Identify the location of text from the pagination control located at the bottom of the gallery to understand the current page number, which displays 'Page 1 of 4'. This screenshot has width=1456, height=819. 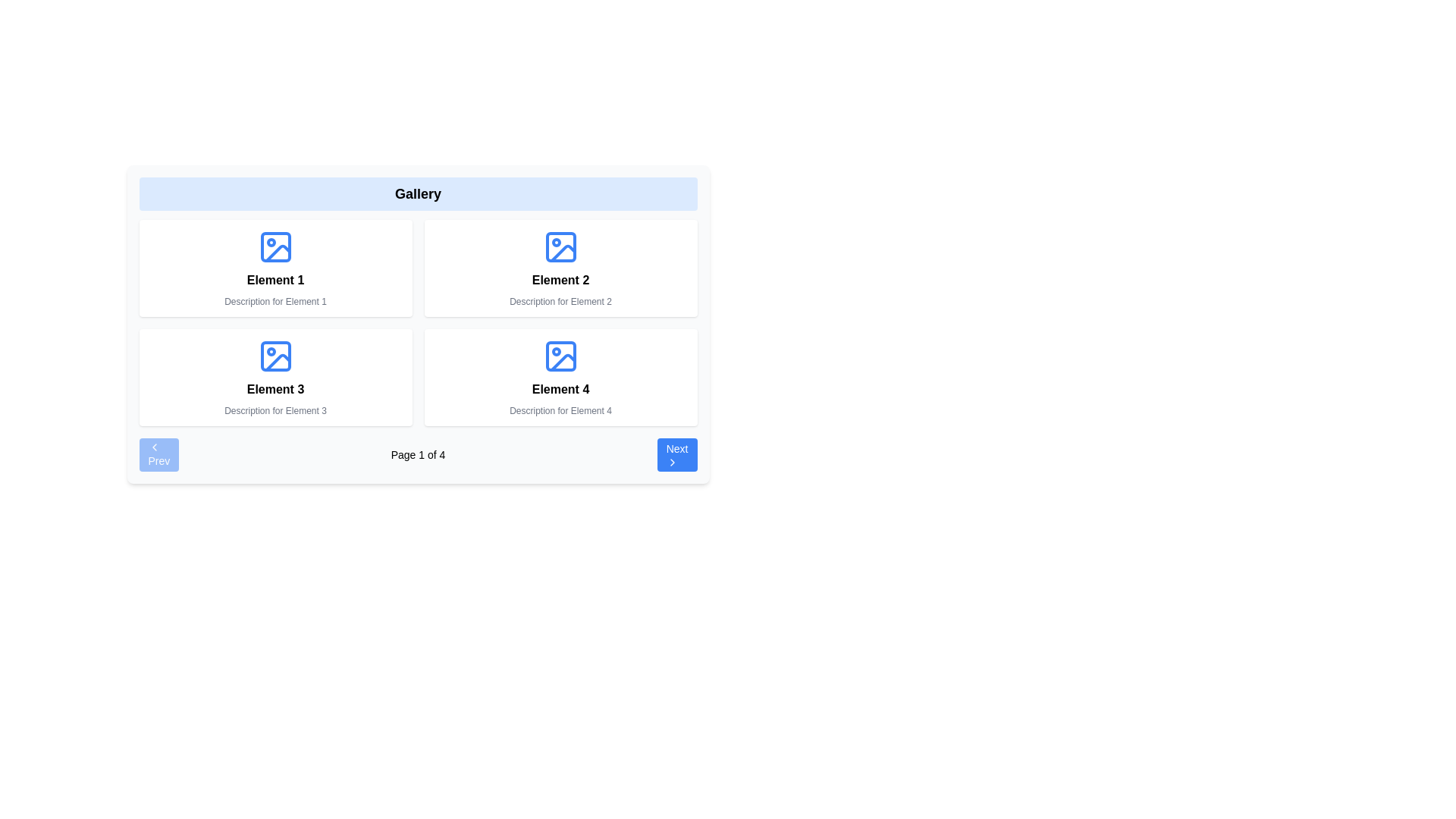
(418, 454).